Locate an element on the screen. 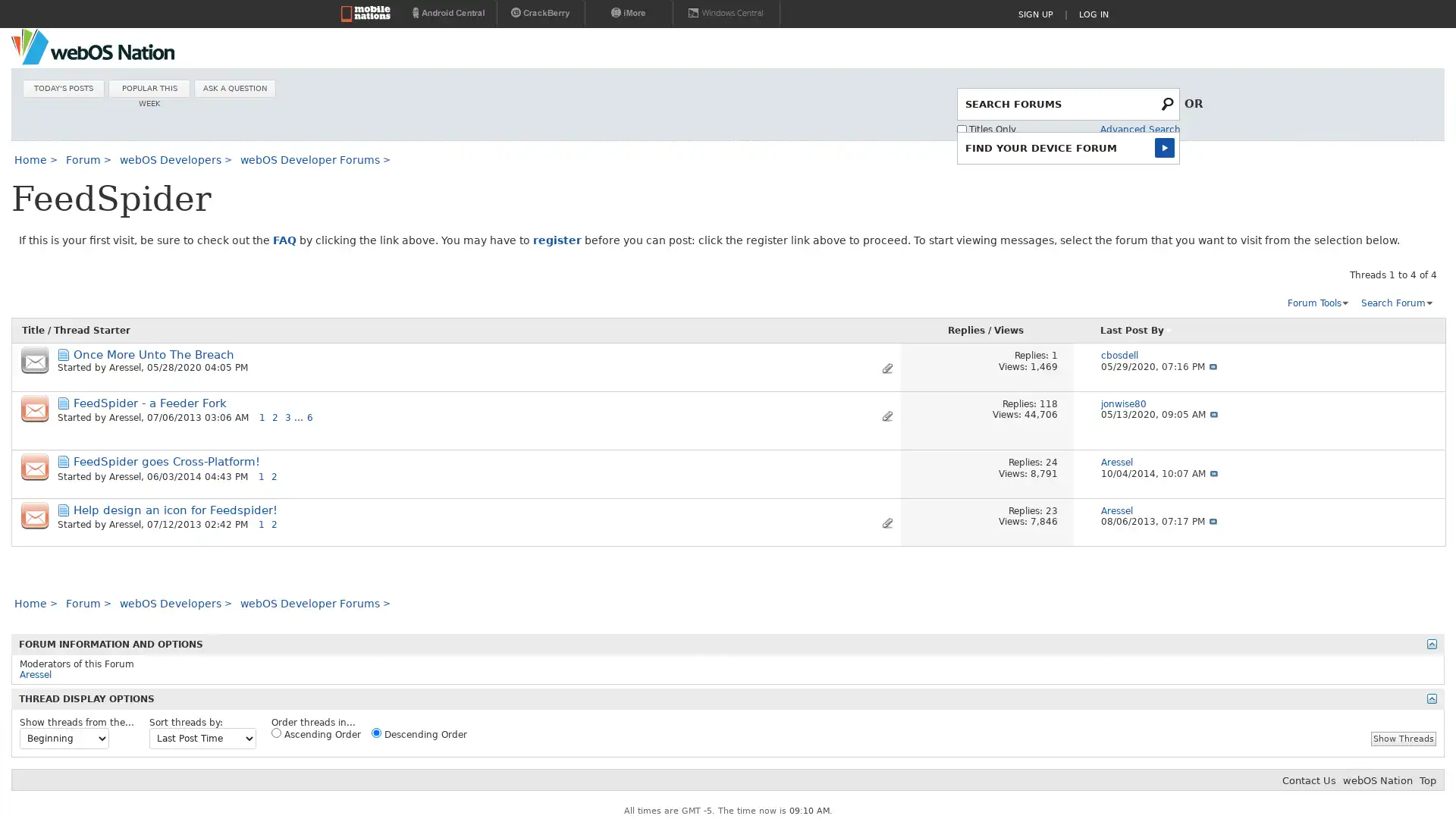 Image resolution: width=1456 pixels, height=819 pixels. Submit is located at coordinates (1168, 102).